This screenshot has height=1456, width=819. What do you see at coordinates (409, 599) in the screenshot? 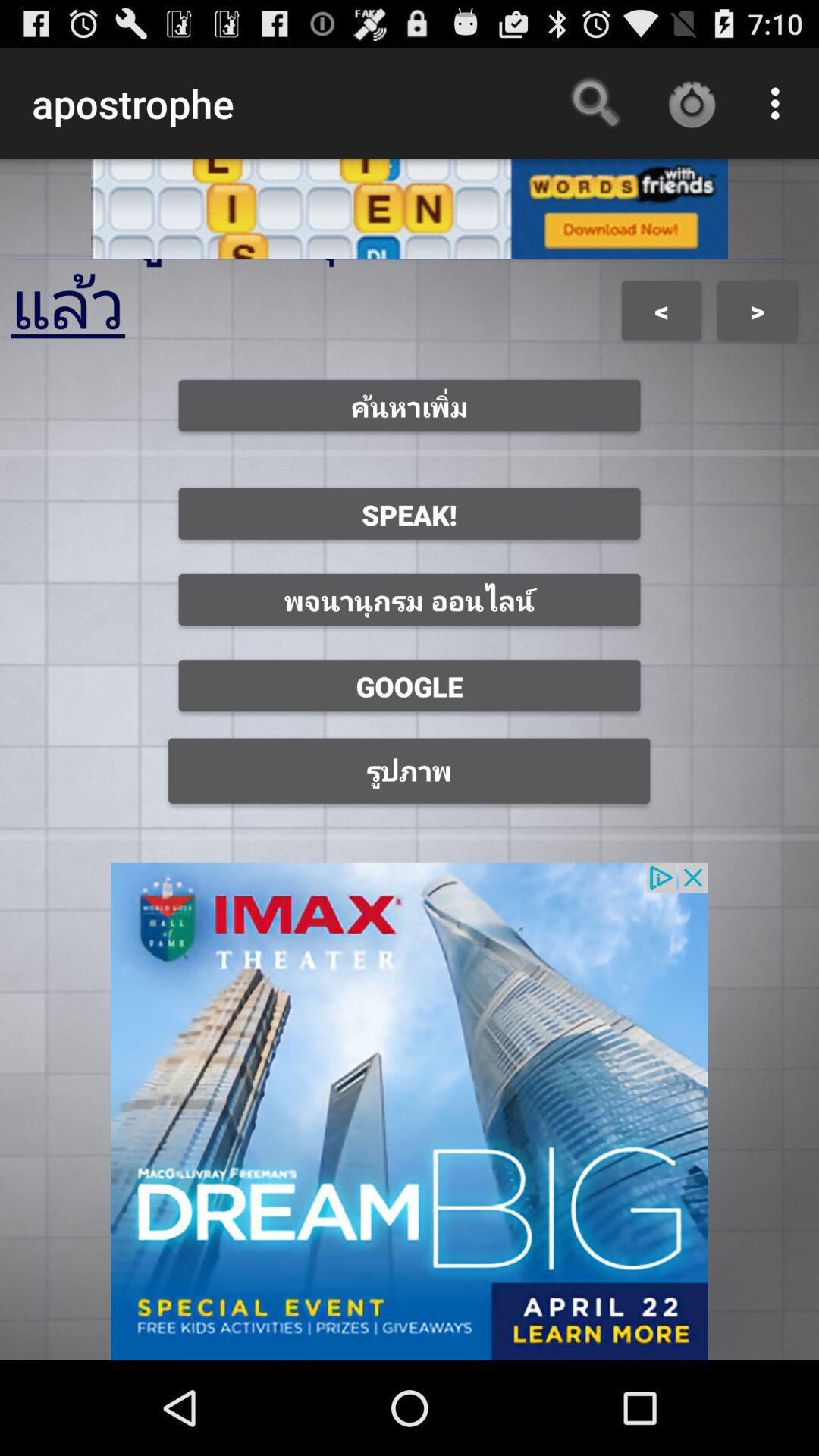
I see `the option below speak` at bounding box center [409, 599].